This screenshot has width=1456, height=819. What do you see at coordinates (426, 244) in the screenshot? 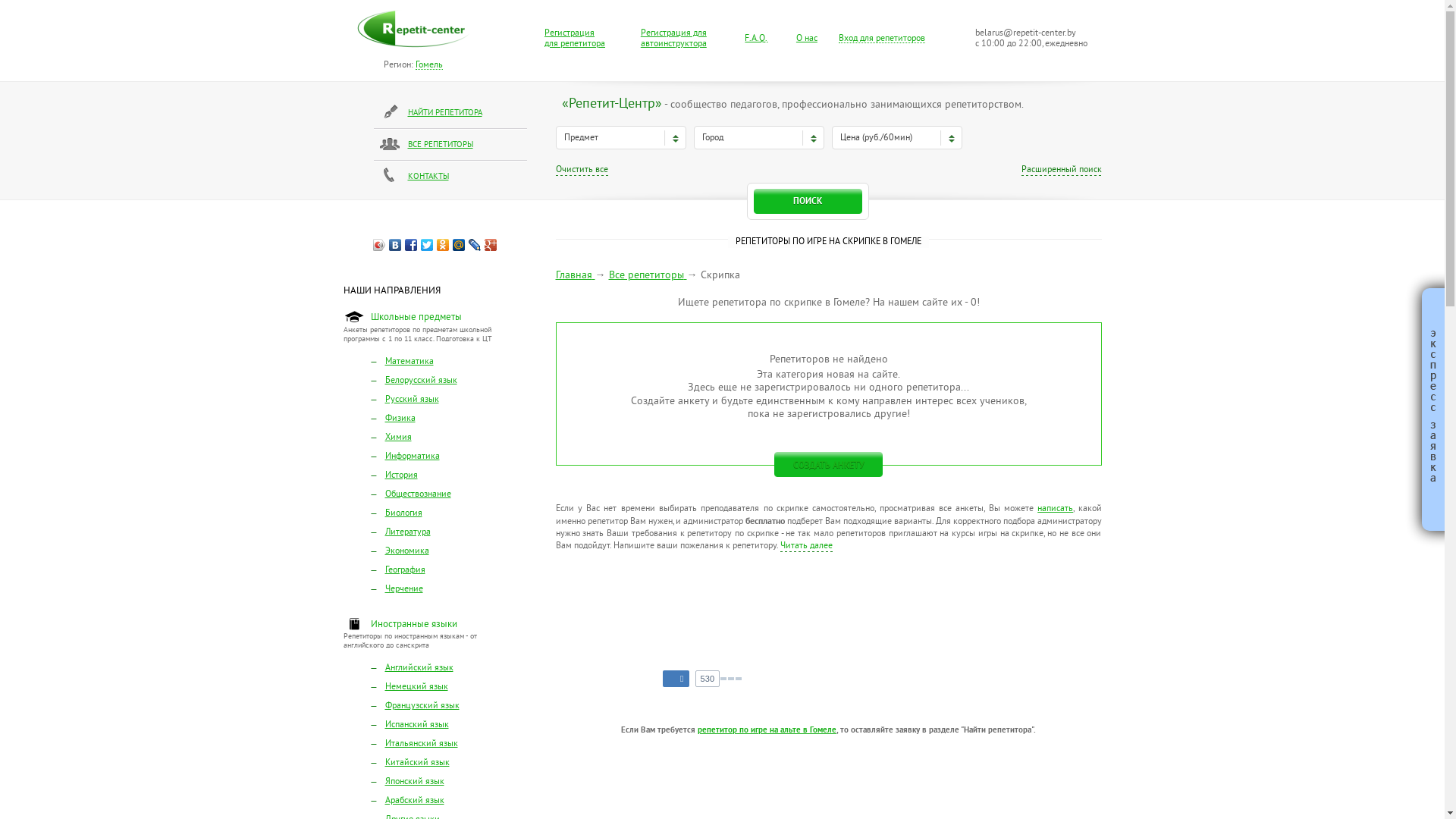
I see `'Twitter'` at bounding box center [426, 244].